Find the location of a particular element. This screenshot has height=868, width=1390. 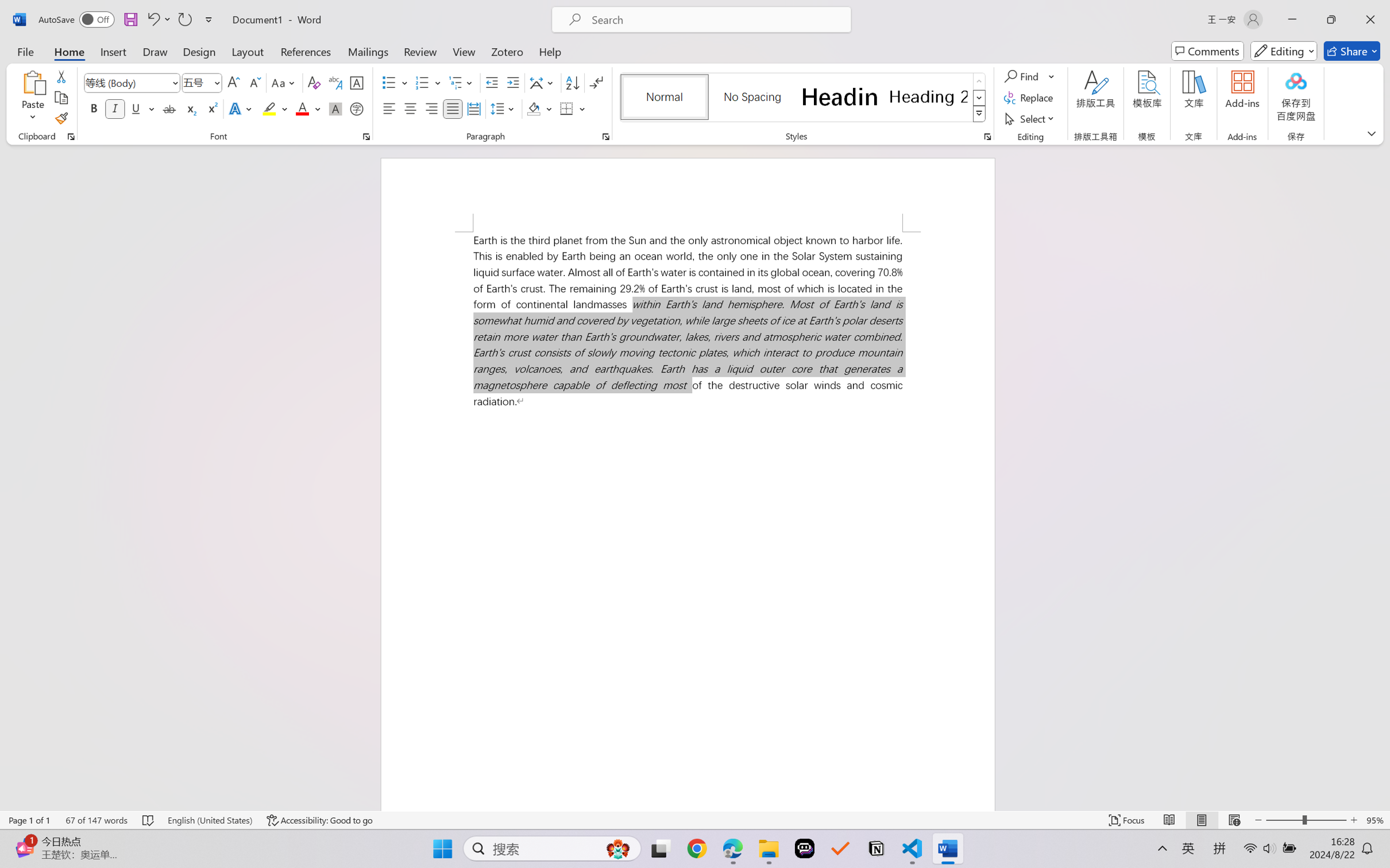

'Microsoft search' is located at coordinates (708, 10).